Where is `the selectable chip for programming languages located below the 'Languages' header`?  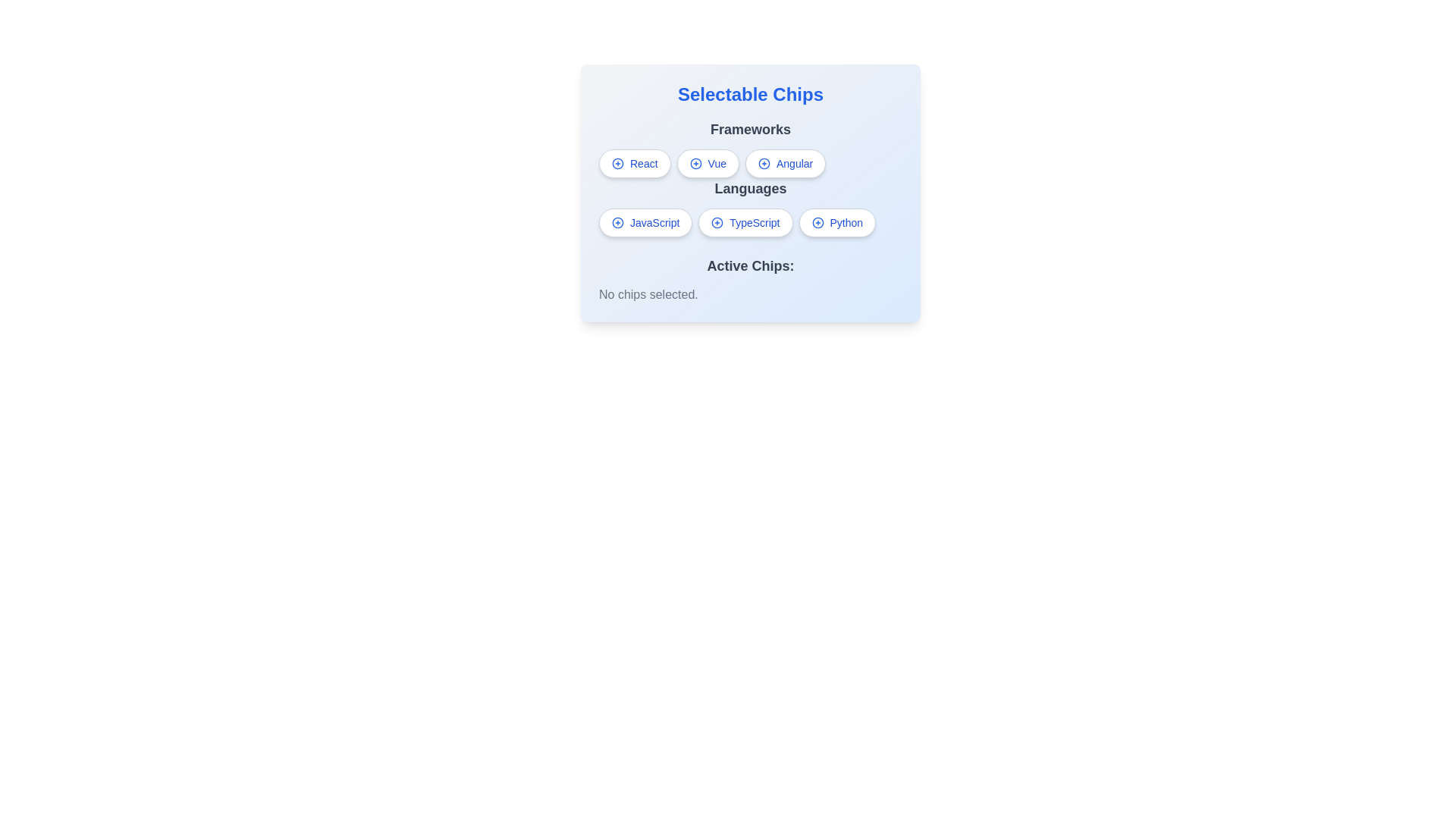 the selectable chip for programming languages located below the 'Languages' header is located at coordinates (750, 222).